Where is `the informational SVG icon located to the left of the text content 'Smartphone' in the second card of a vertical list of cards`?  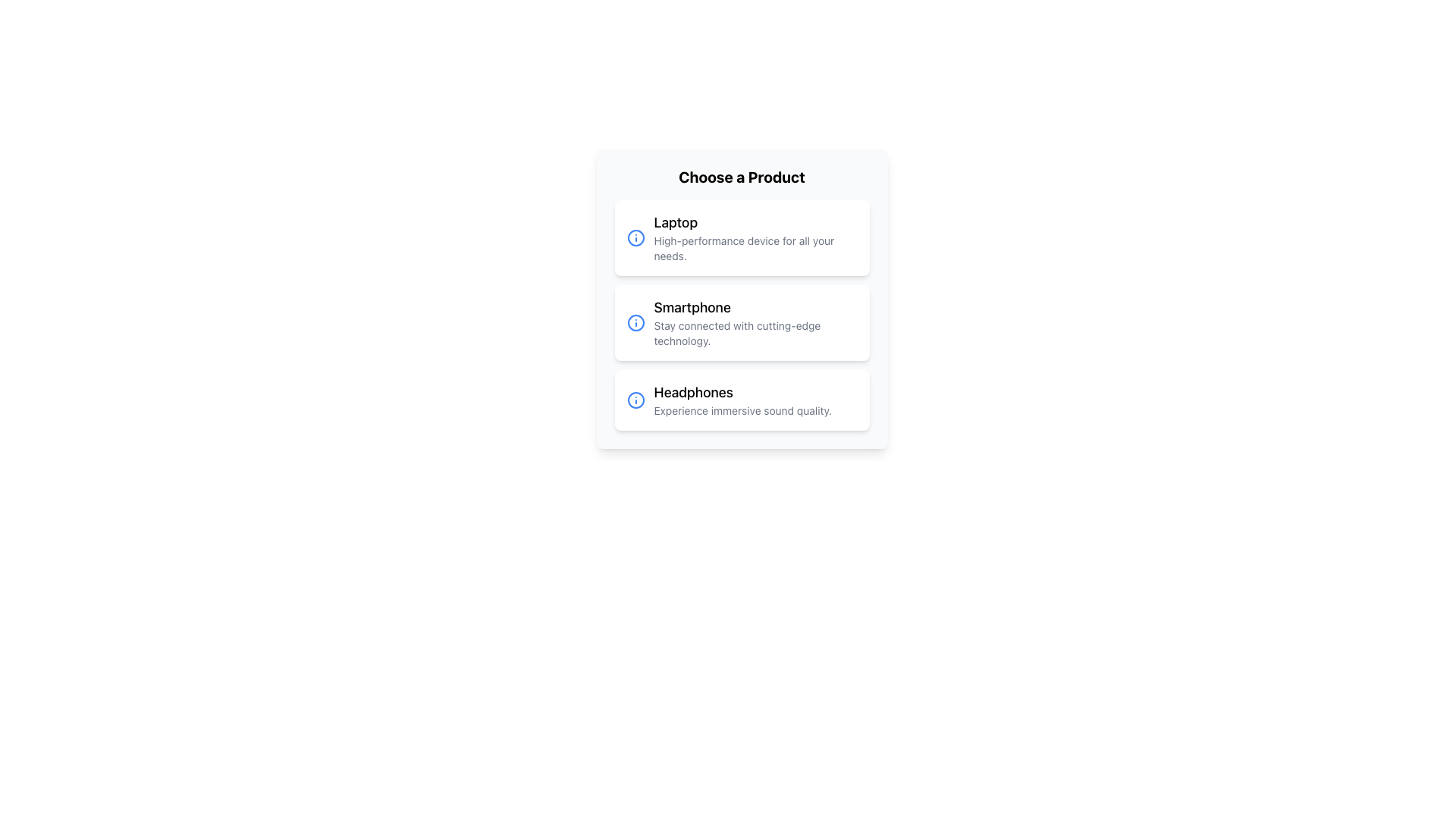 the informational SVG icon located to the left of the text content 'Smartphone' in the second card of a vertical list of cards is located at coordinates (635, 322).